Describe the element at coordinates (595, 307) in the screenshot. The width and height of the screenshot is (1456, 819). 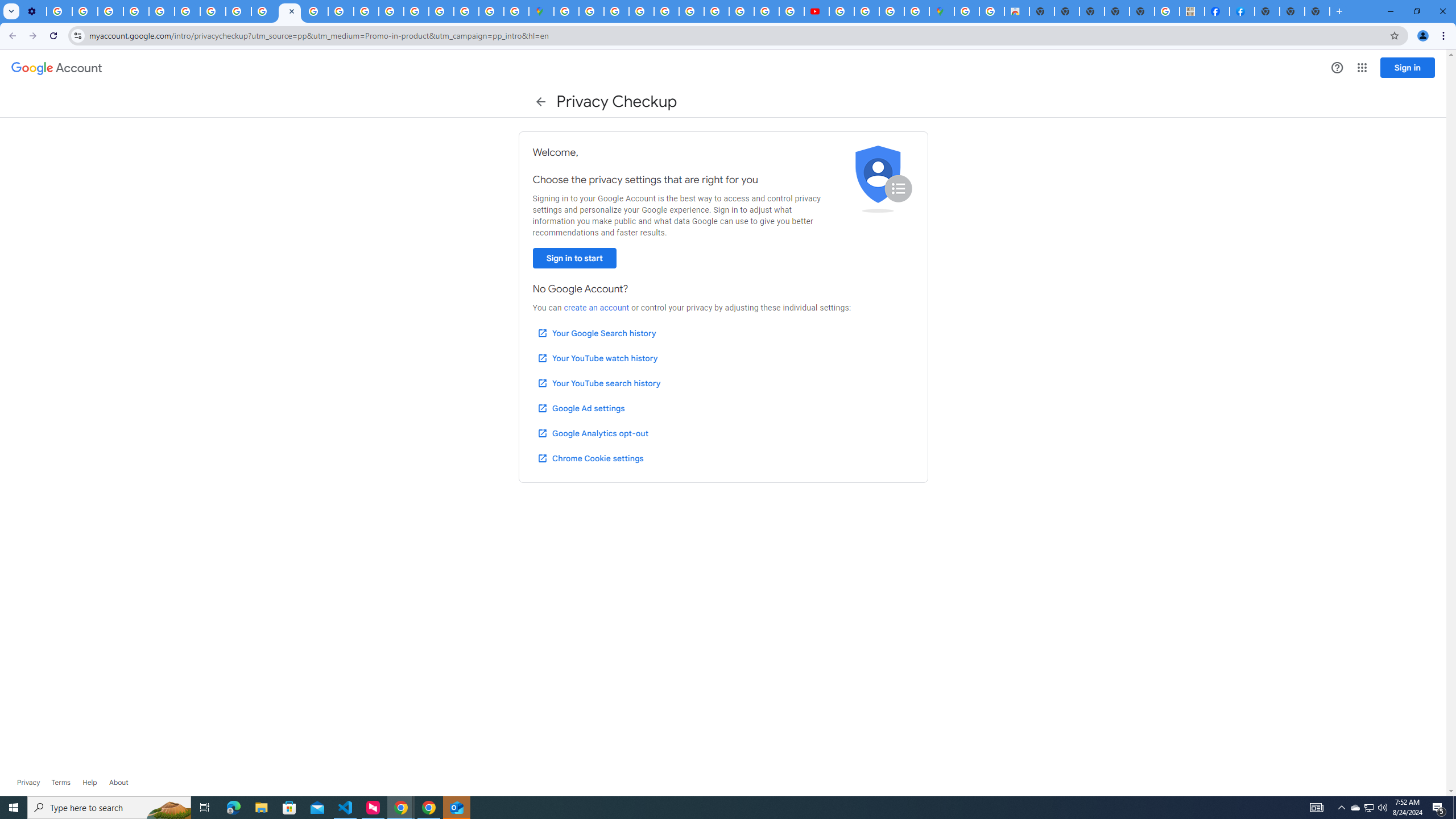
I see `'create an account'` at that location.